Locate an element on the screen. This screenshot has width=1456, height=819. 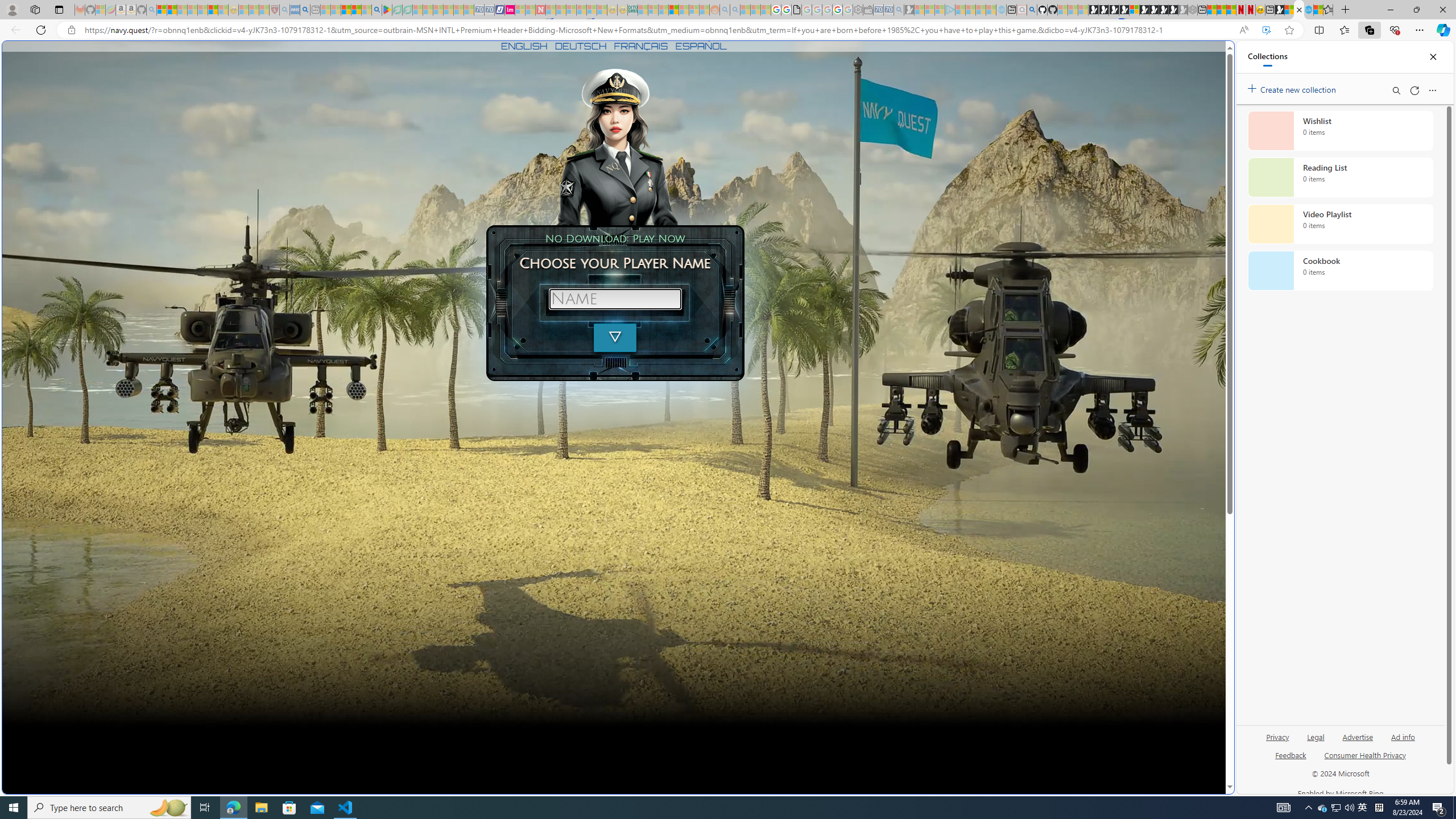
'Cookbook collection, 0 items' is located at coordinates (1340, 270).